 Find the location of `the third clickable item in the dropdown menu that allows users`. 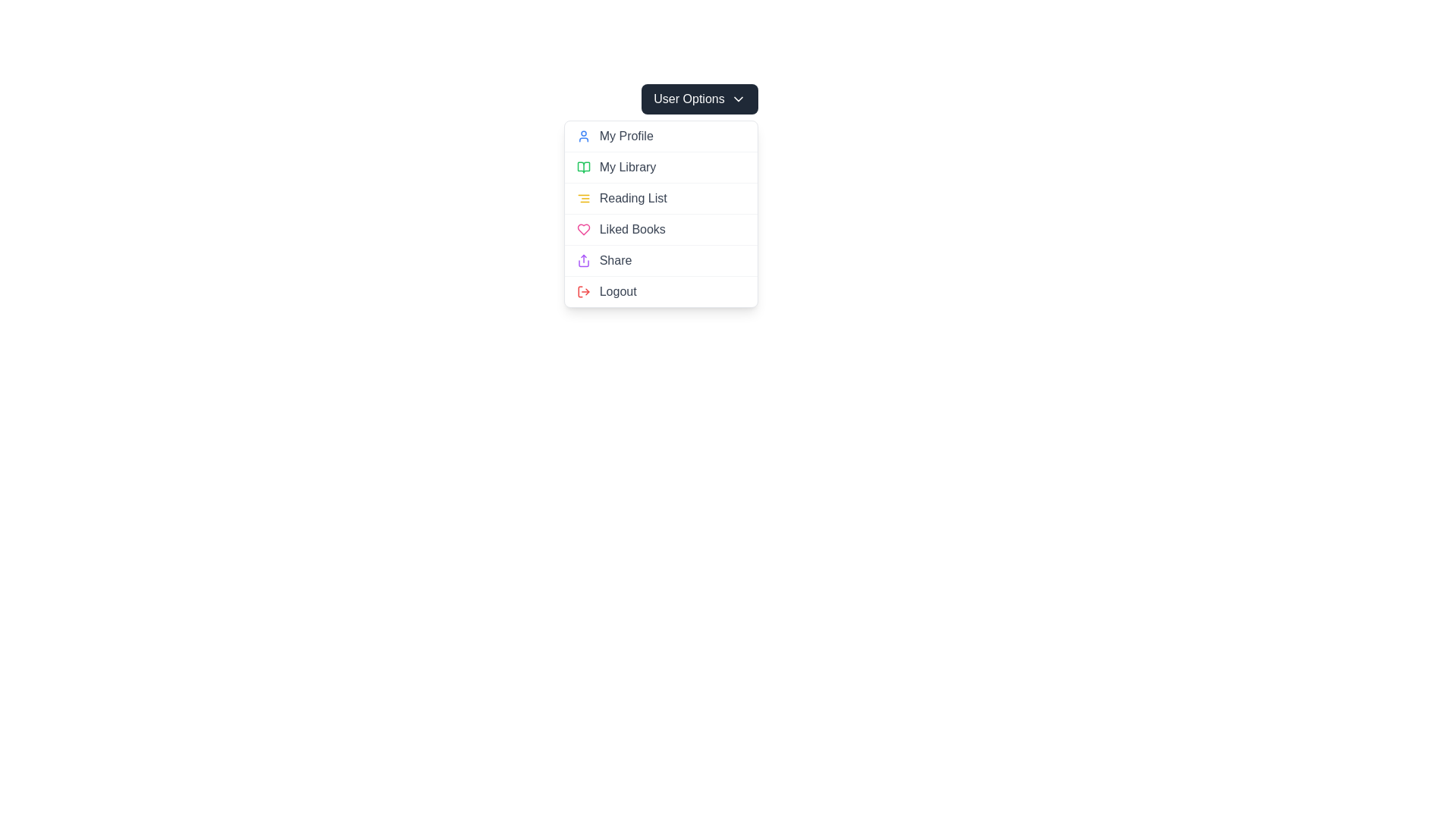

the third clickable item in the dropdown menu that allows users is located at coordinates (661, 198).